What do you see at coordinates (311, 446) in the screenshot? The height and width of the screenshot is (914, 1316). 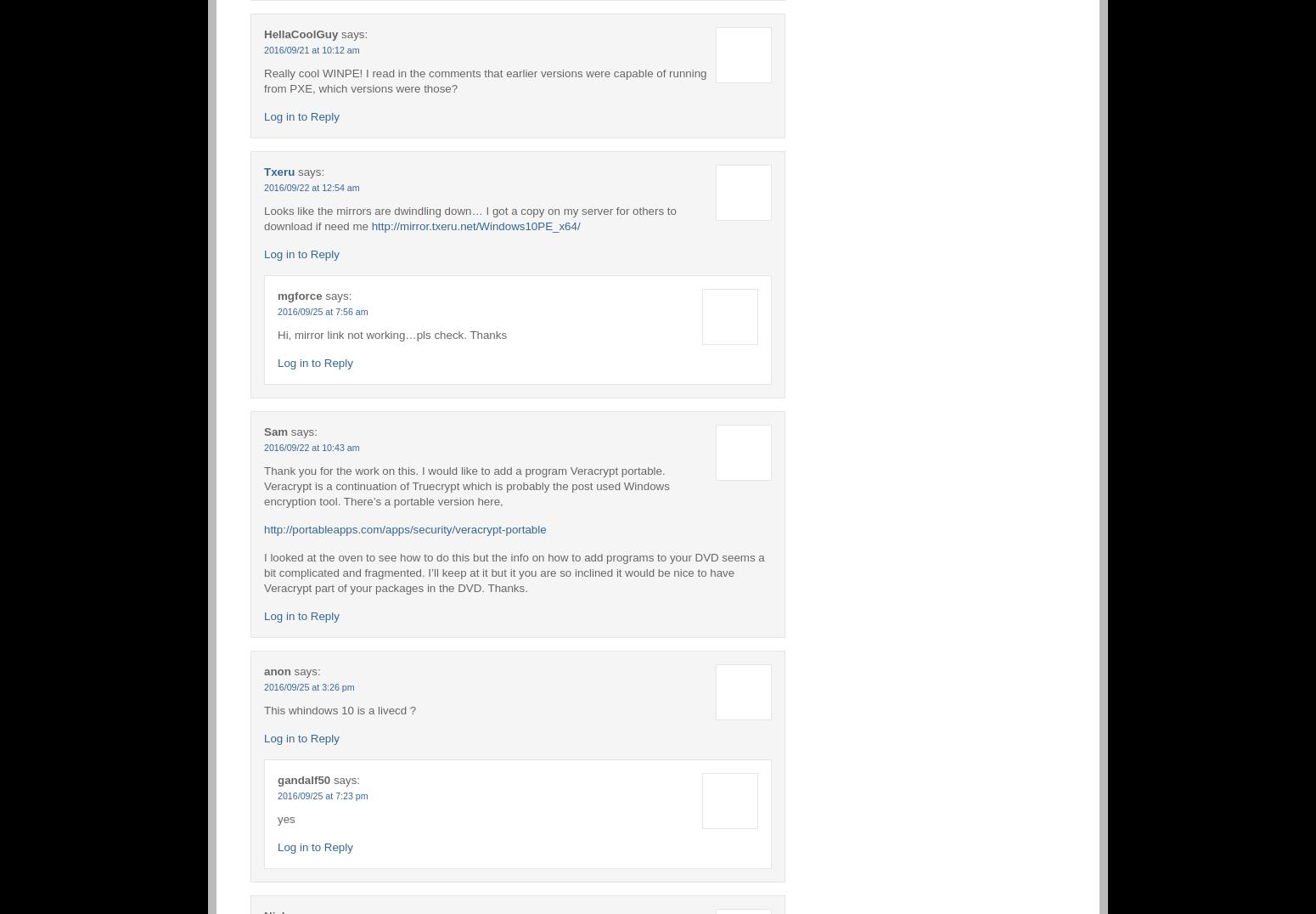 I see `'2016/09/22 at 10:43 am'` at bounding box center [311, 446].